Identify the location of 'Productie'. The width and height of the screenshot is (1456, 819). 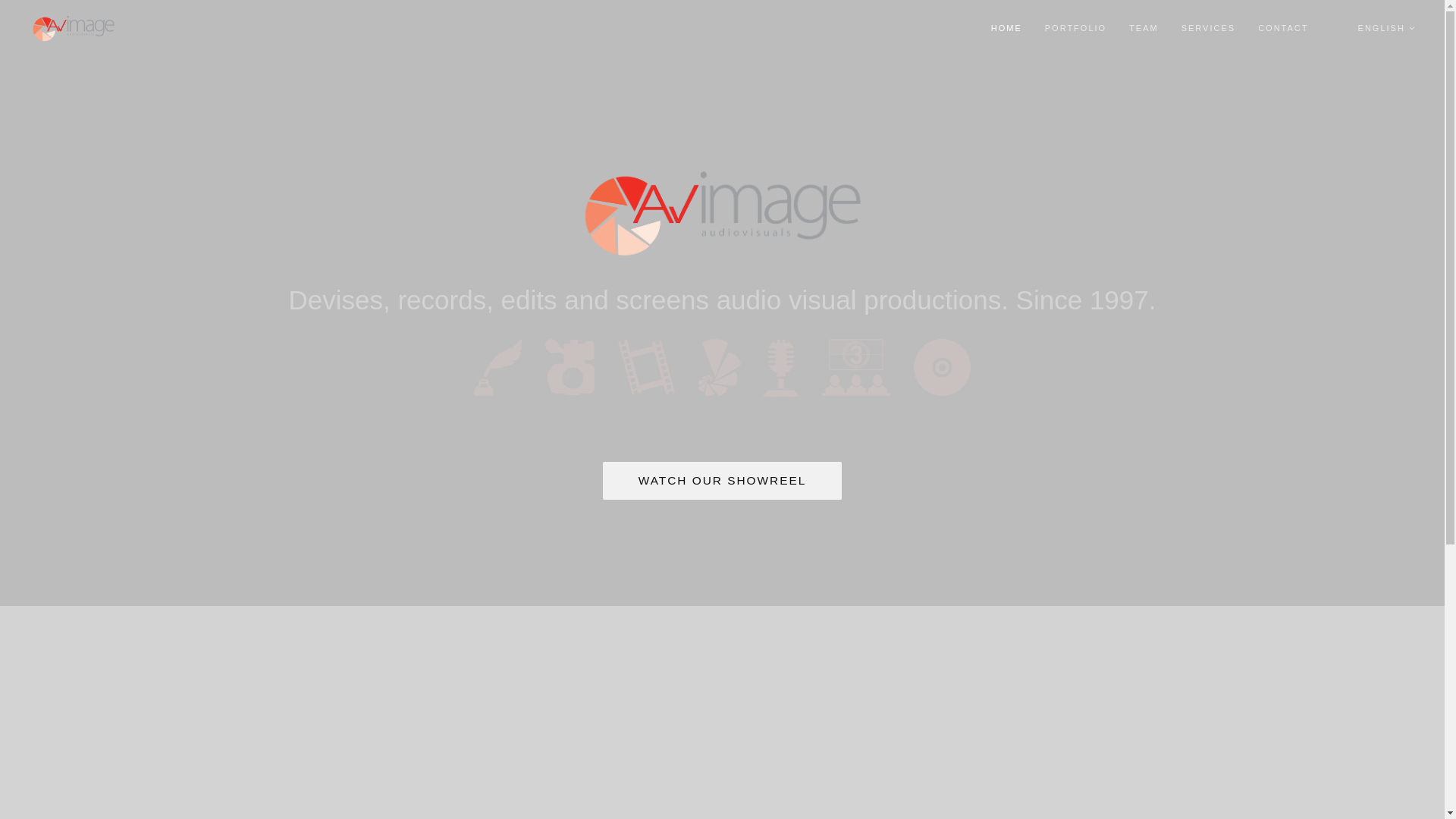
(569, 366).